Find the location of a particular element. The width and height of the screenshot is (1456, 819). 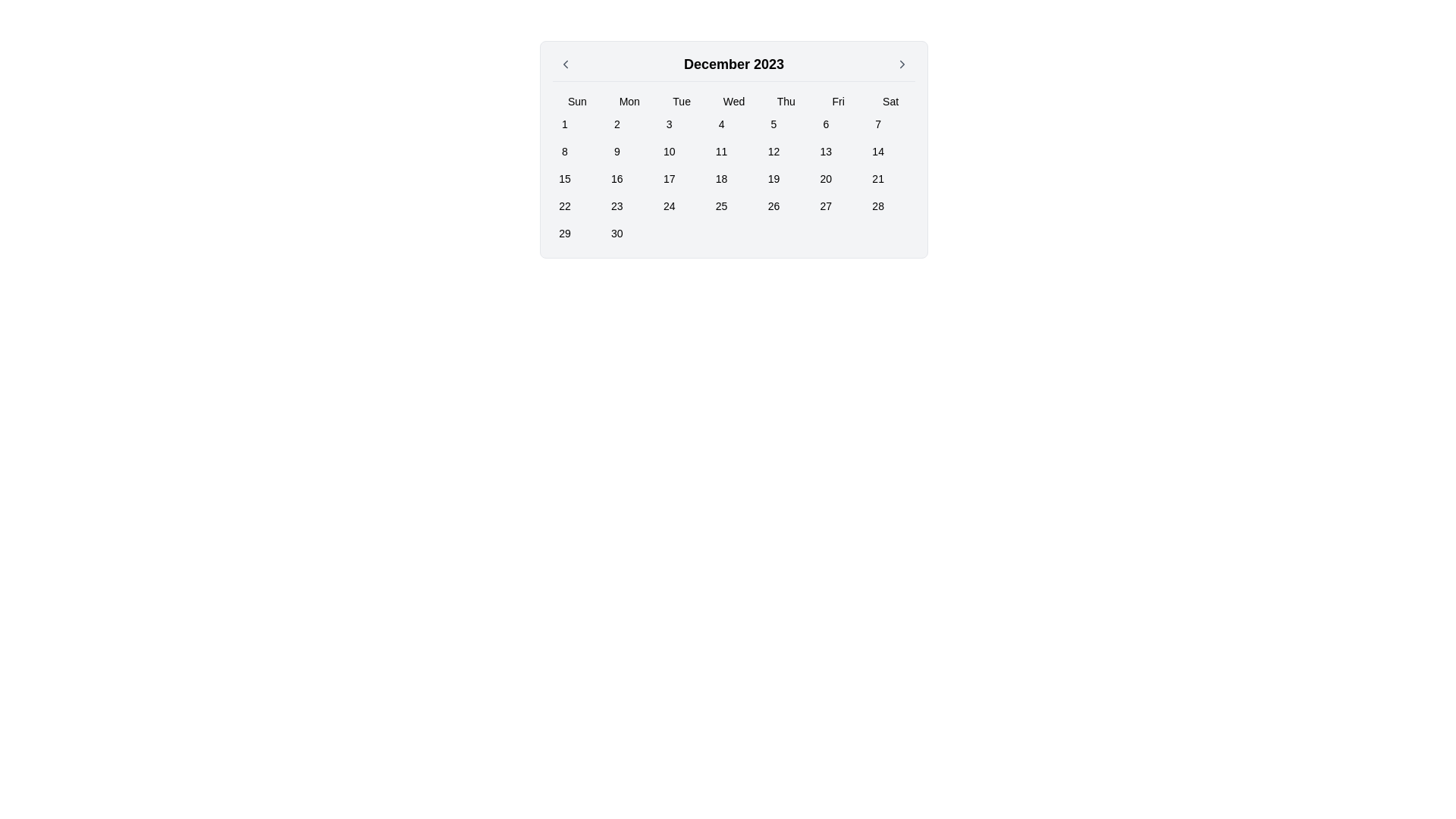

the button representing the date '10' in the calendar, located under the 'Tue' header in the third column and third row of the grid is located at coordinates (668, 152).